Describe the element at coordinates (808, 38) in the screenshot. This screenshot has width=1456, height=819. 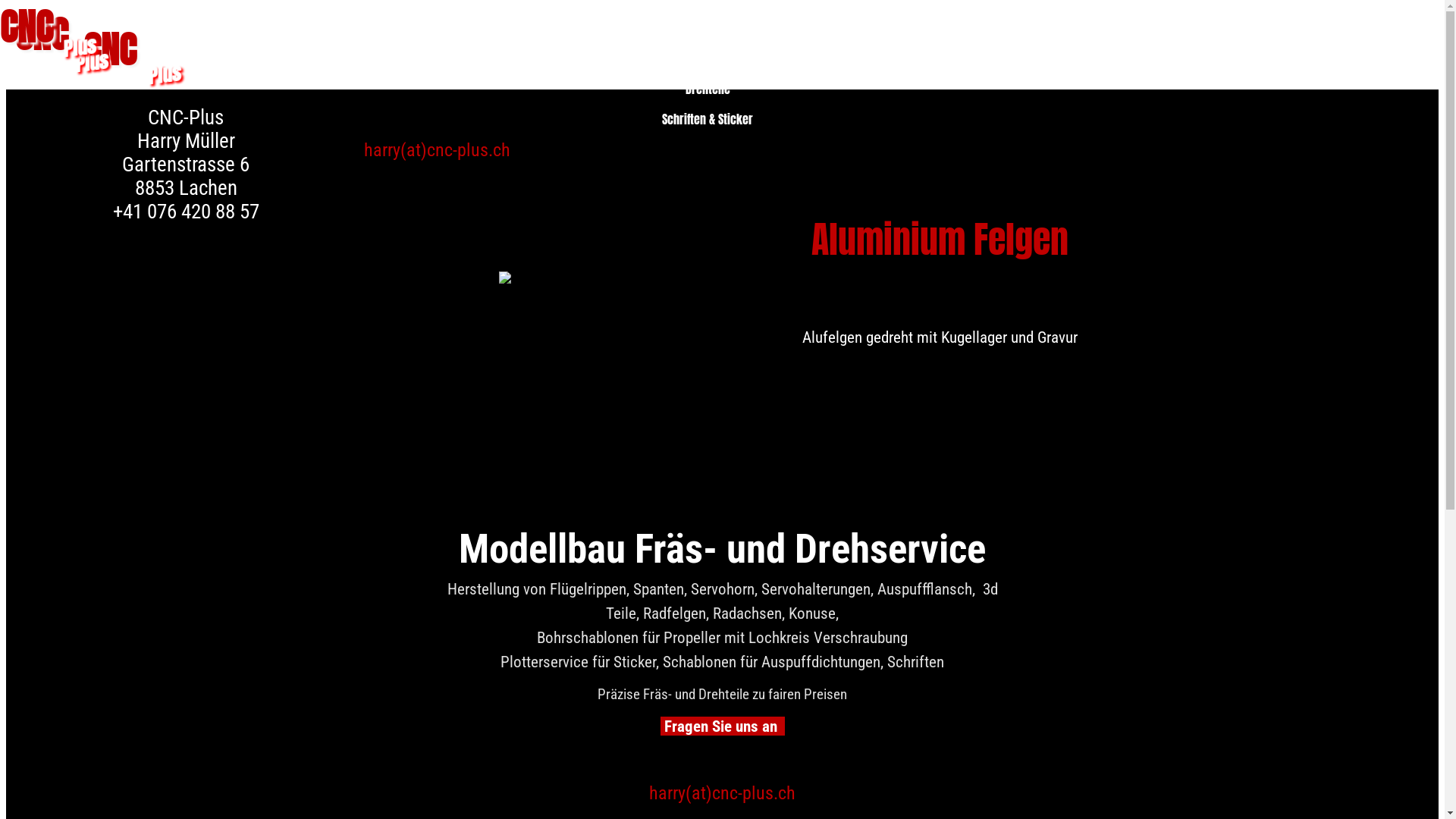
I see `'Kontakt'` at that location.